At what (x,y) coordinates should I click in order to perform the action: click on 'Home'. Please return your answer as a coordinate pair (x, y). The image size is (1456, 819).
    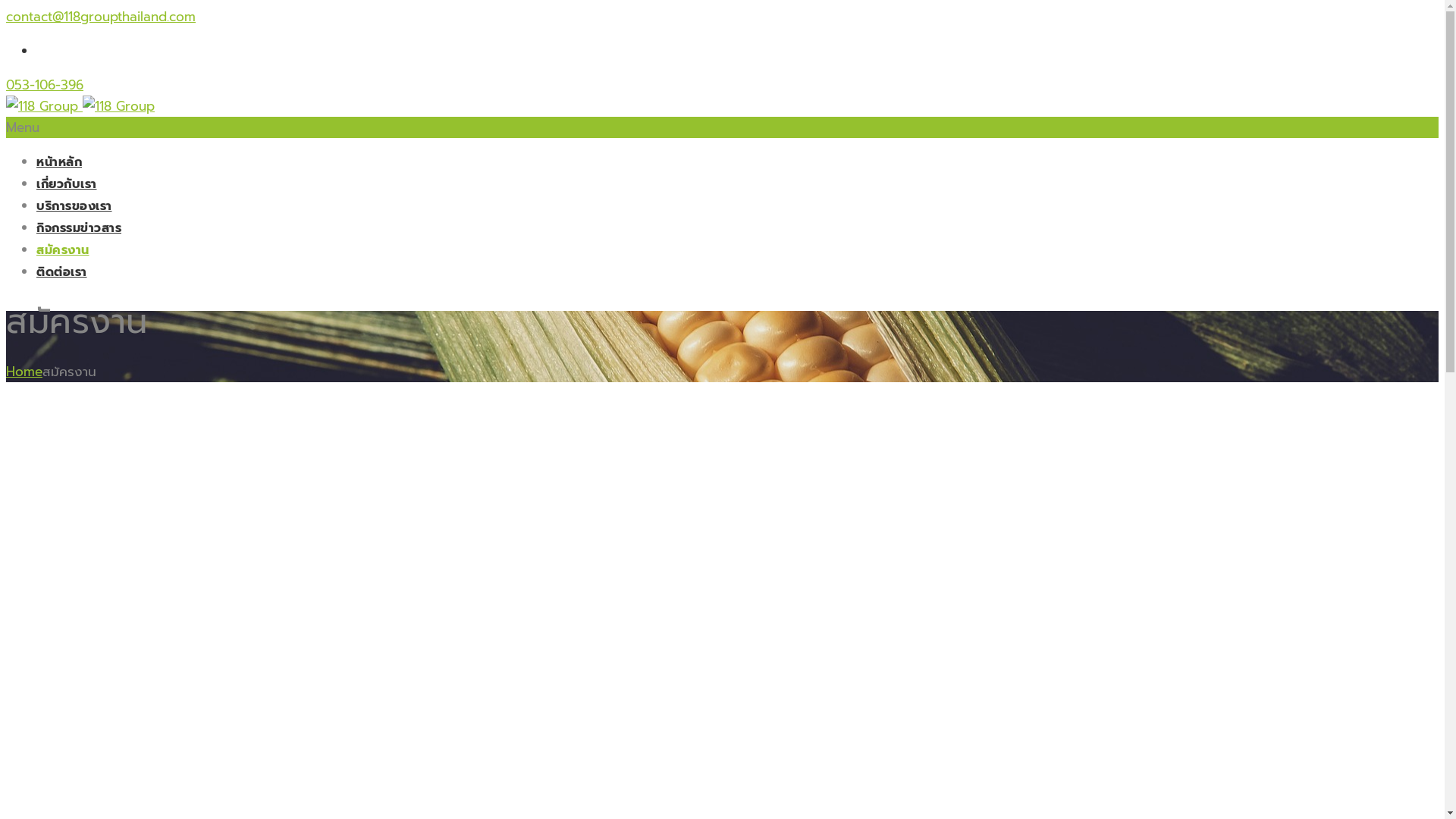
    Looking at the image, I should click on (6, 371).